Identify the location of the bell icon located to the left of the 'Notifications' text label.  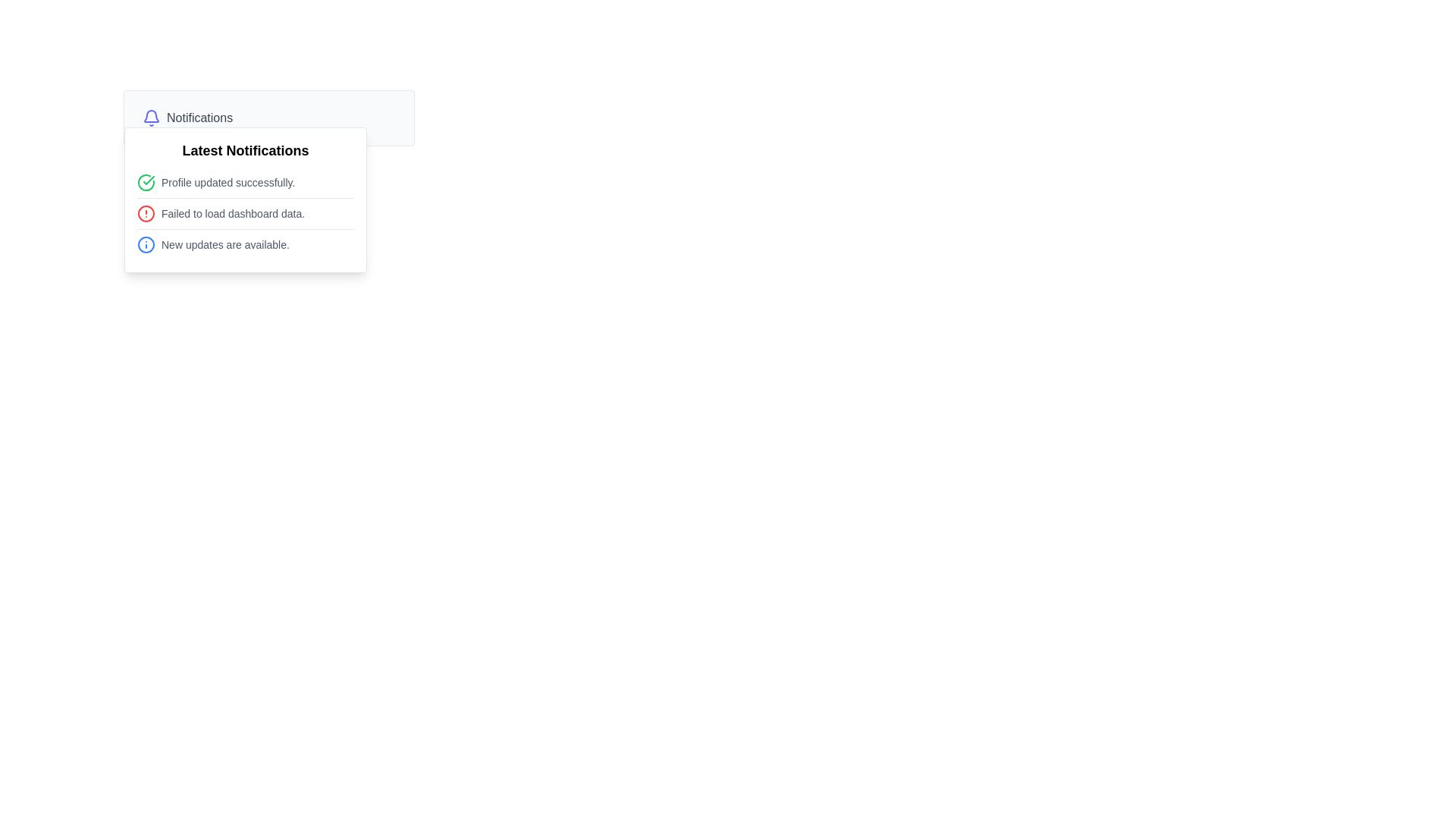
(152, 117).